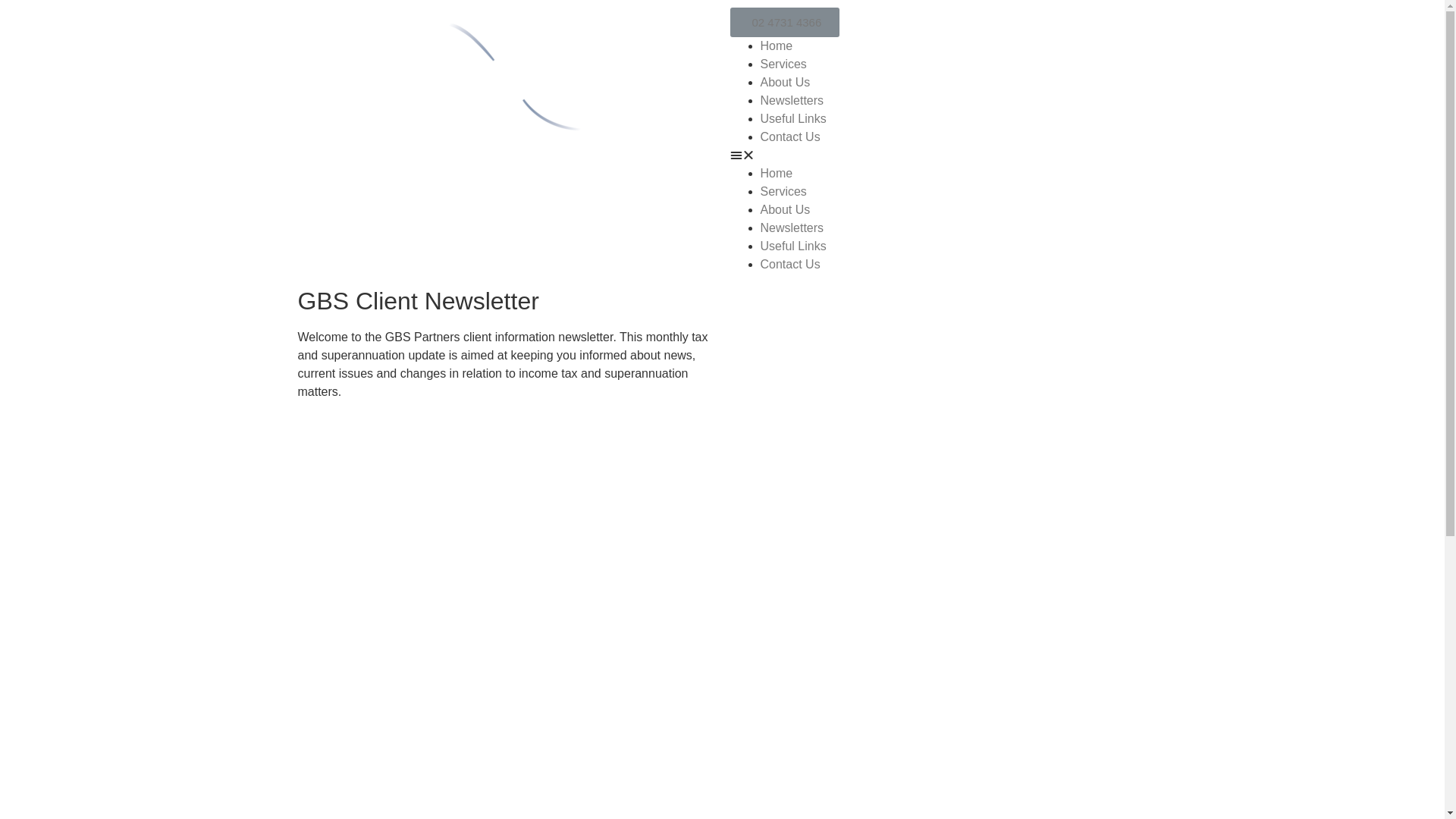 This screenshot has width=1456, height=819. What do you see at coordinates (784, 22) in the screenshot?
I see `'02 4731 4366'` at bounding box center [784, 22].